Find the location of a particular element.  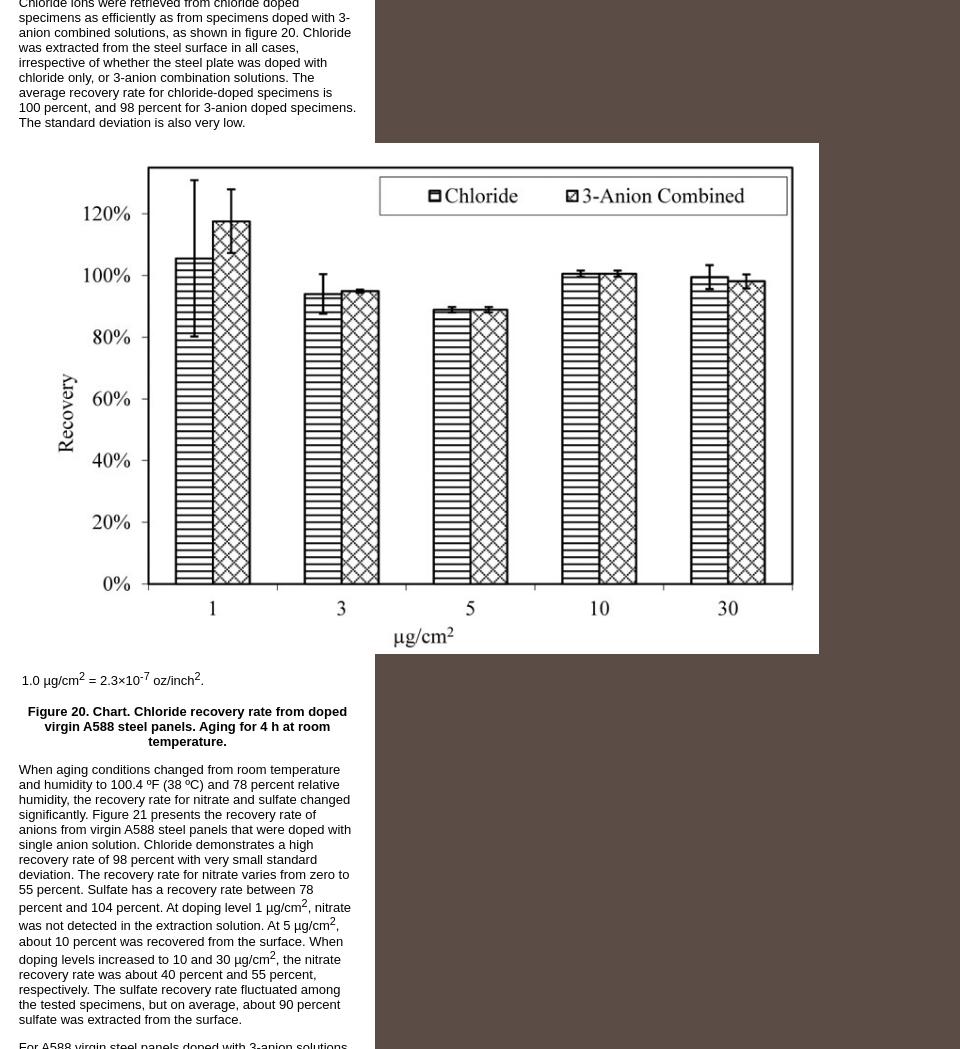

'1.0 µg/cm' is located at coordinates (20, 679).